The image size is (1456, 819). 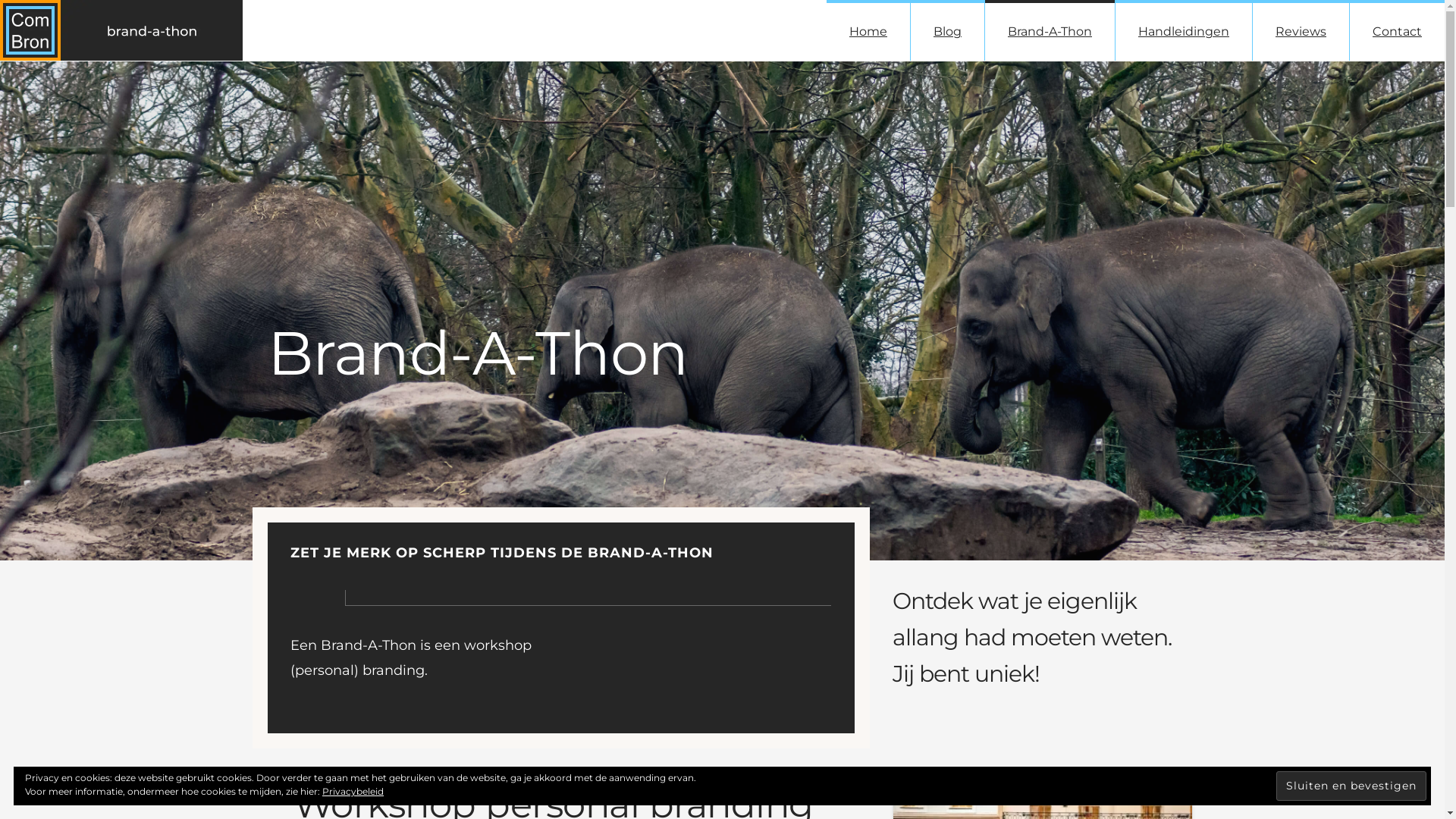 I want to click on 'OVER COMBRON', so click(x=312, y=775).